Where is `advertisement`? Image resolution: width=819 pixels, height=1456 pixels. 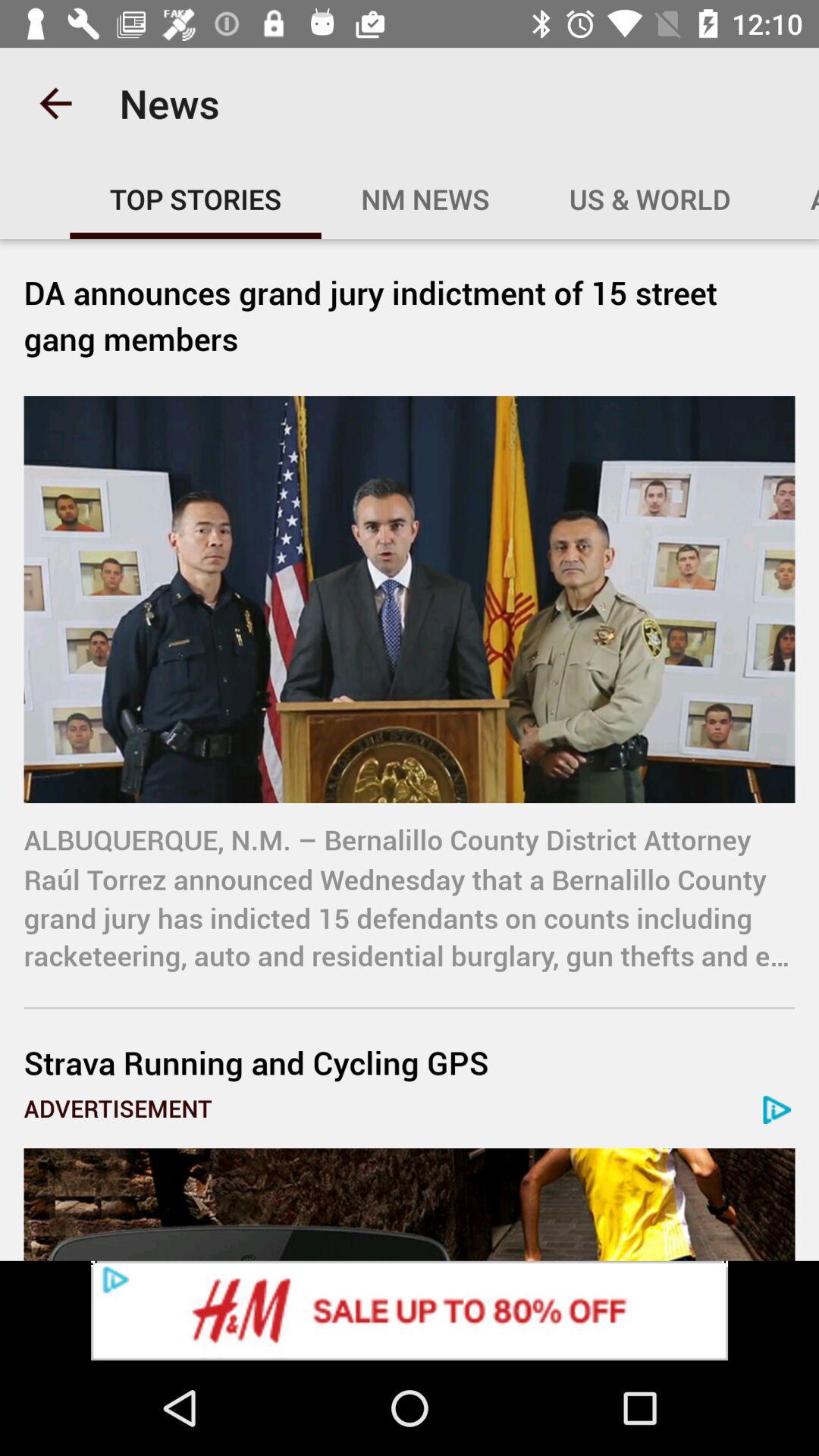 advertisement is located at coordinates (409, 1203).